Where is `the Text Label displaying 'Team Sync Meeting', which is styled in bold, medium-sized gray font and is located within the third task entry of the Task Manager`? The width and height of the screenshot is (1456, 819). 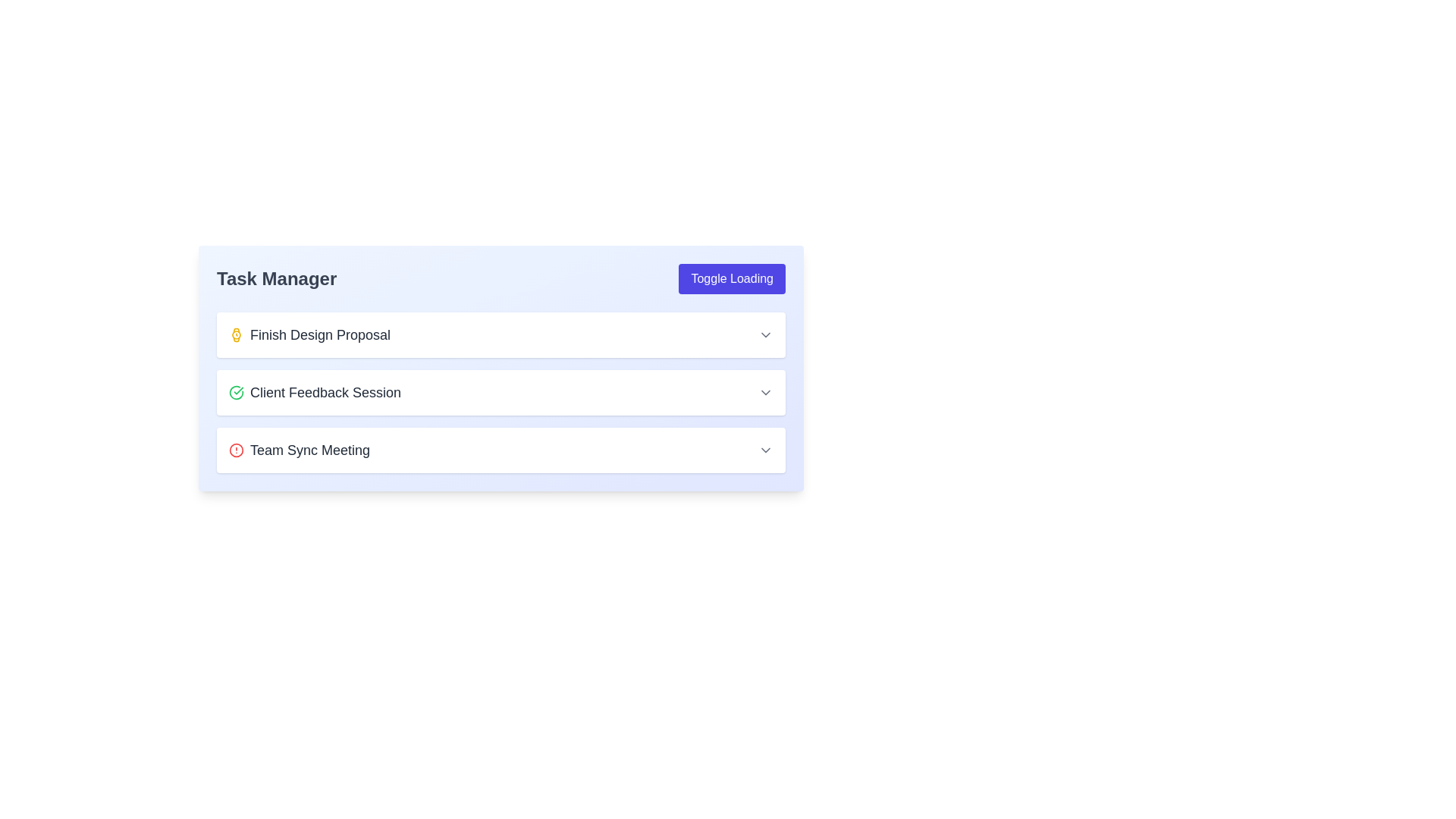 the Text Label displaying 'Team Sync Meeting', which is styled in bold, medium-sized gray font and is located within the third task entry of the Task Manager is located at coordinates (309, 450).